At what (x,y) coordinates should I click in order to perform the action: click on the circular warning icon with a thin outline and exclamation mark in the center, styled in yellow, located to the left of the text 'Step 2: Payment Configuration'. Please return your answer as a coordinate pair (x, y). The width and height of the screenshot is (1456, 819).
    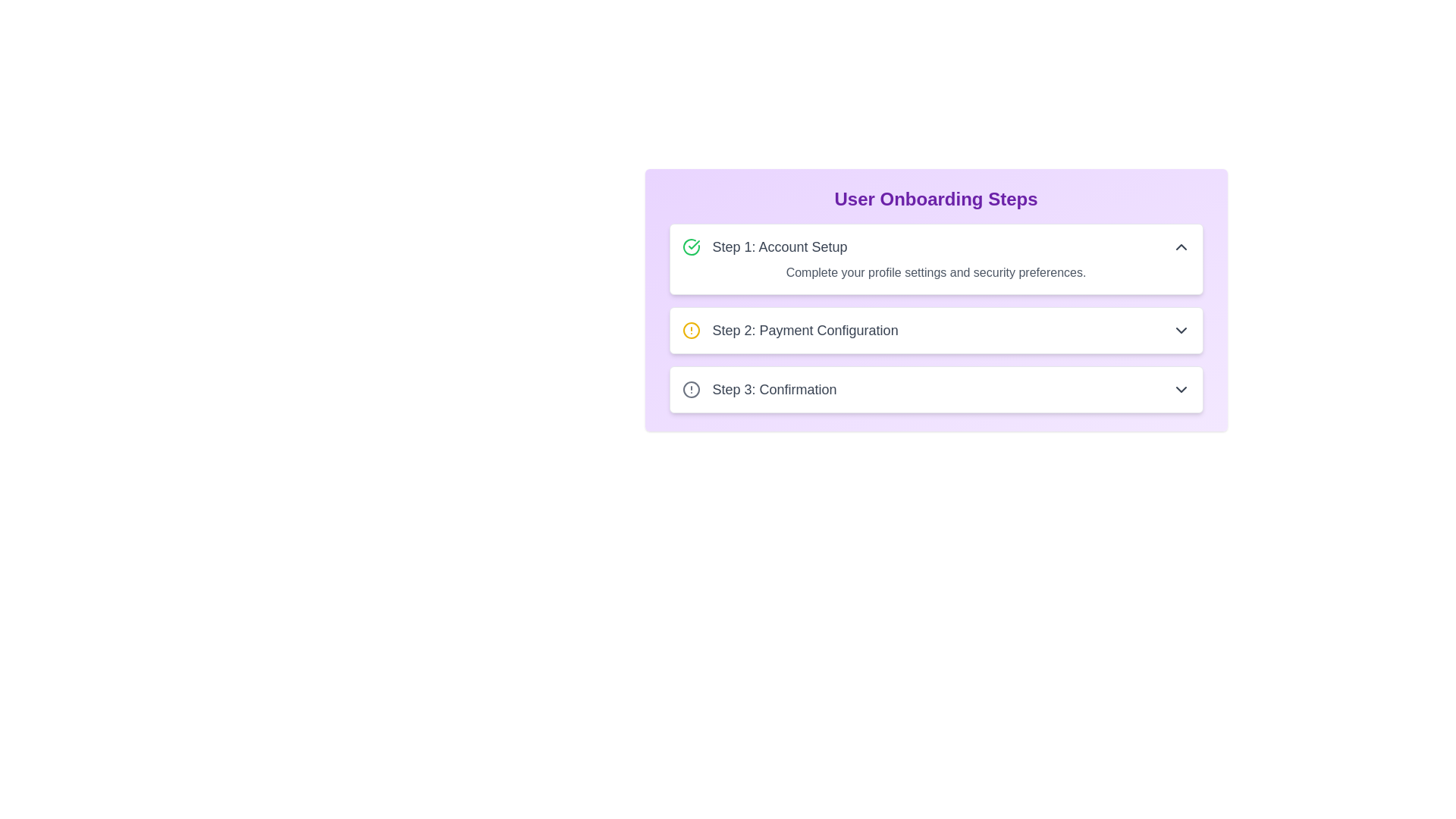
    Looking at the image, I should click on (690, 329).